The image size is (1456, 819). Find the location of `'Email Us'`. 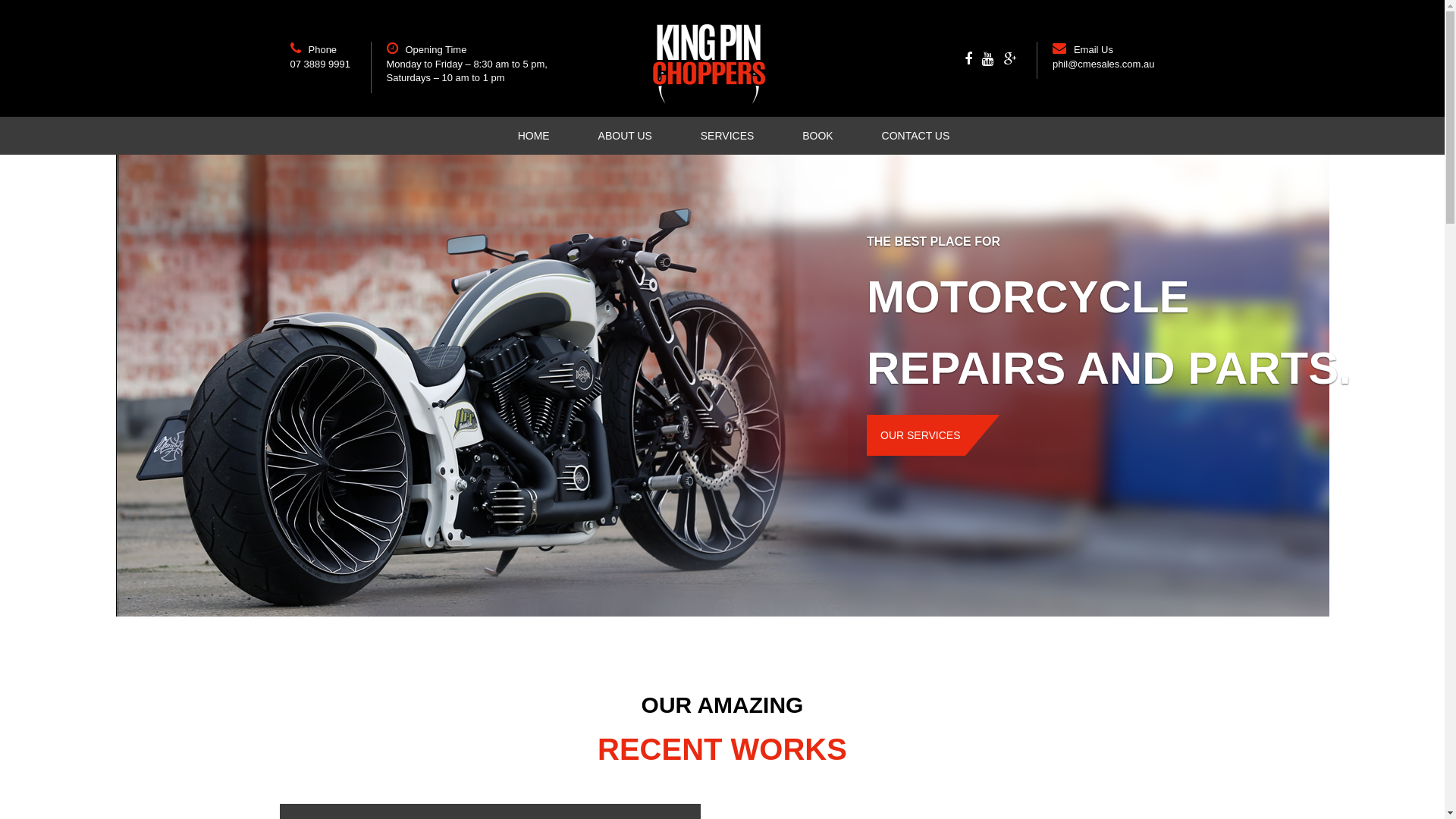

'Email Us' is located at coordinates (1093, 49).